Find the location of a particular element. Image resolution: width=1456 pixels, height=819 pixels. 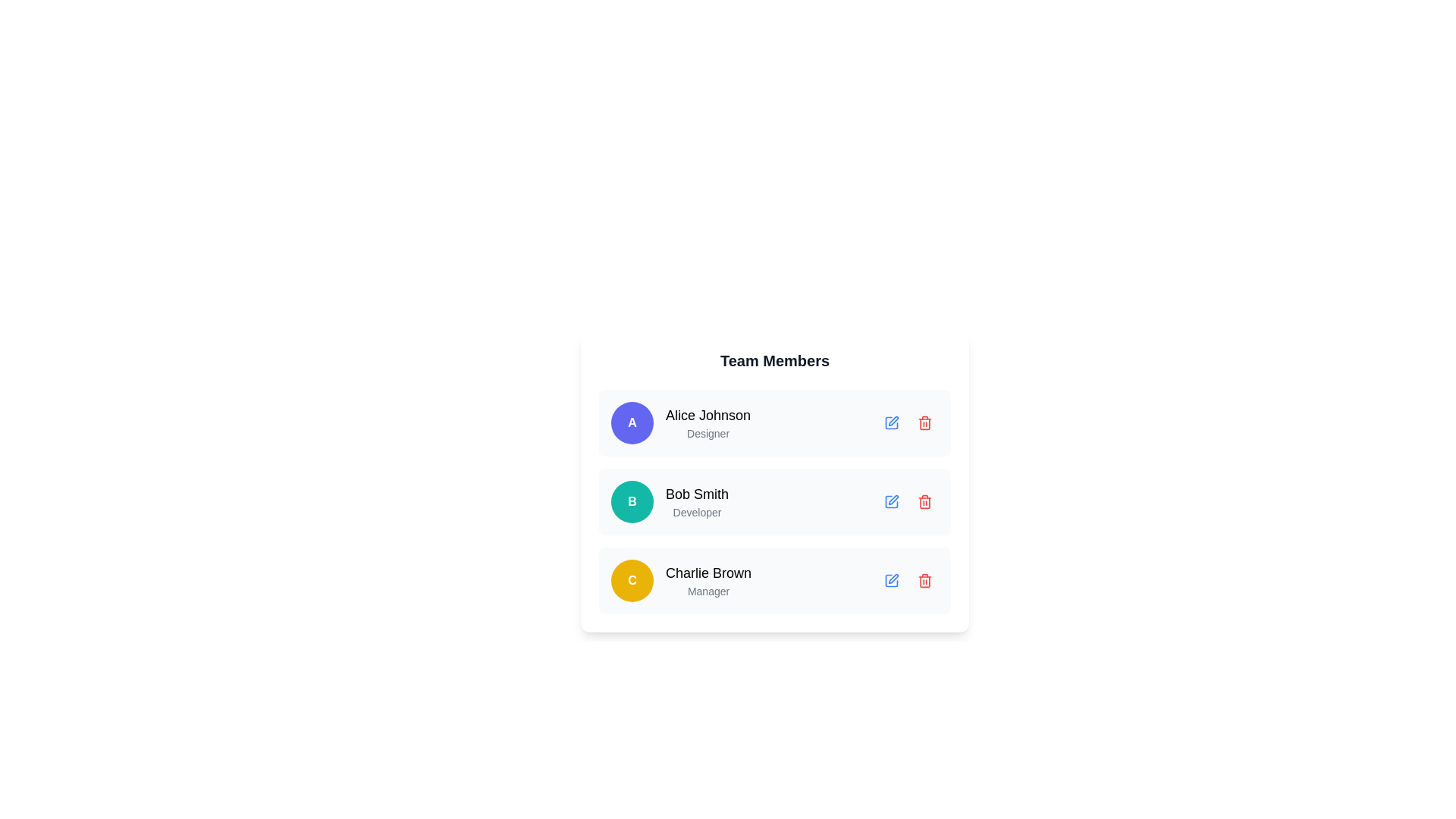

the trash can icon button, which is styled in red and represents a delete action, located to the right of the 'Bob Smith' entry in the team members list is located at coordinates (924, 502).